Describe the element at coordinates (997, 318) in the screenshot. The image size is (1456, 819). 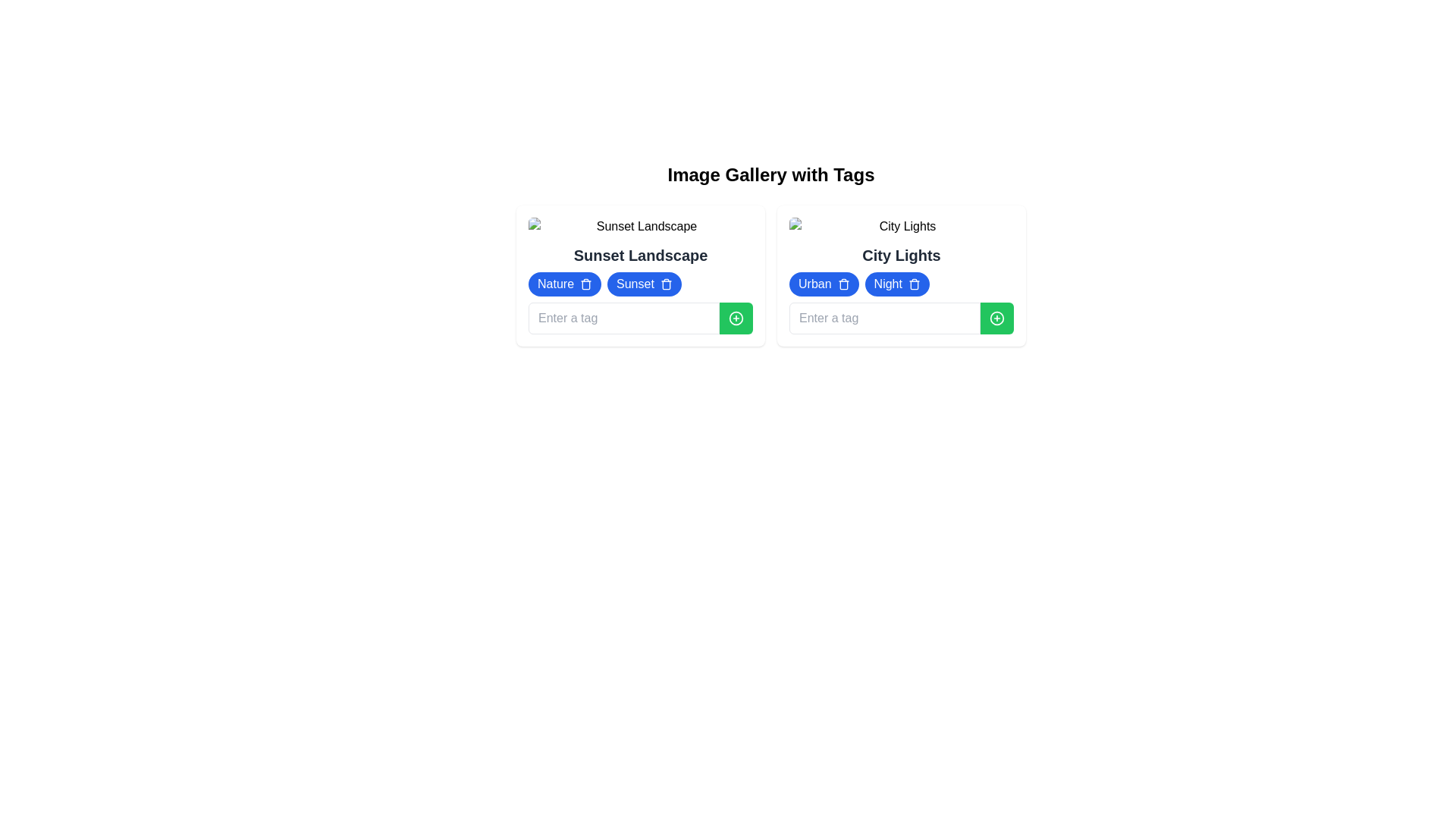
I see `the circular icon element located on the right side of the 'City Lights' section, which is part of a button with a green background` at that location.